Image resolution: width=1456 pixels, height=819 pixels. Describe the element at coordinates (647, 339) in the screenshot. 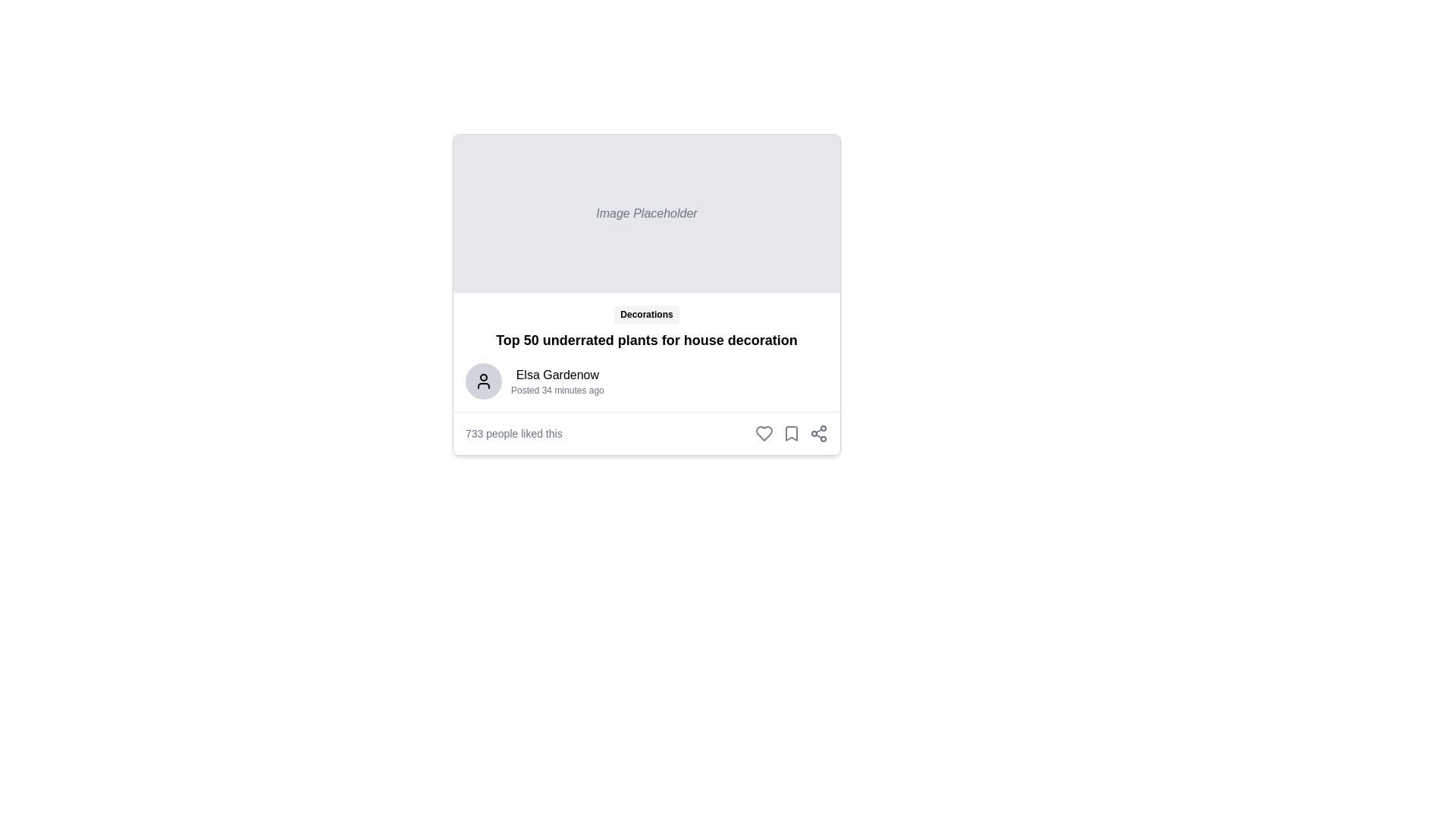

I see `the Text heading element that indicates the main content or title of the section, located below 'Decorations' and above the author details 'Elsa Gardenow Posted 34 minutes ago'` at that location.